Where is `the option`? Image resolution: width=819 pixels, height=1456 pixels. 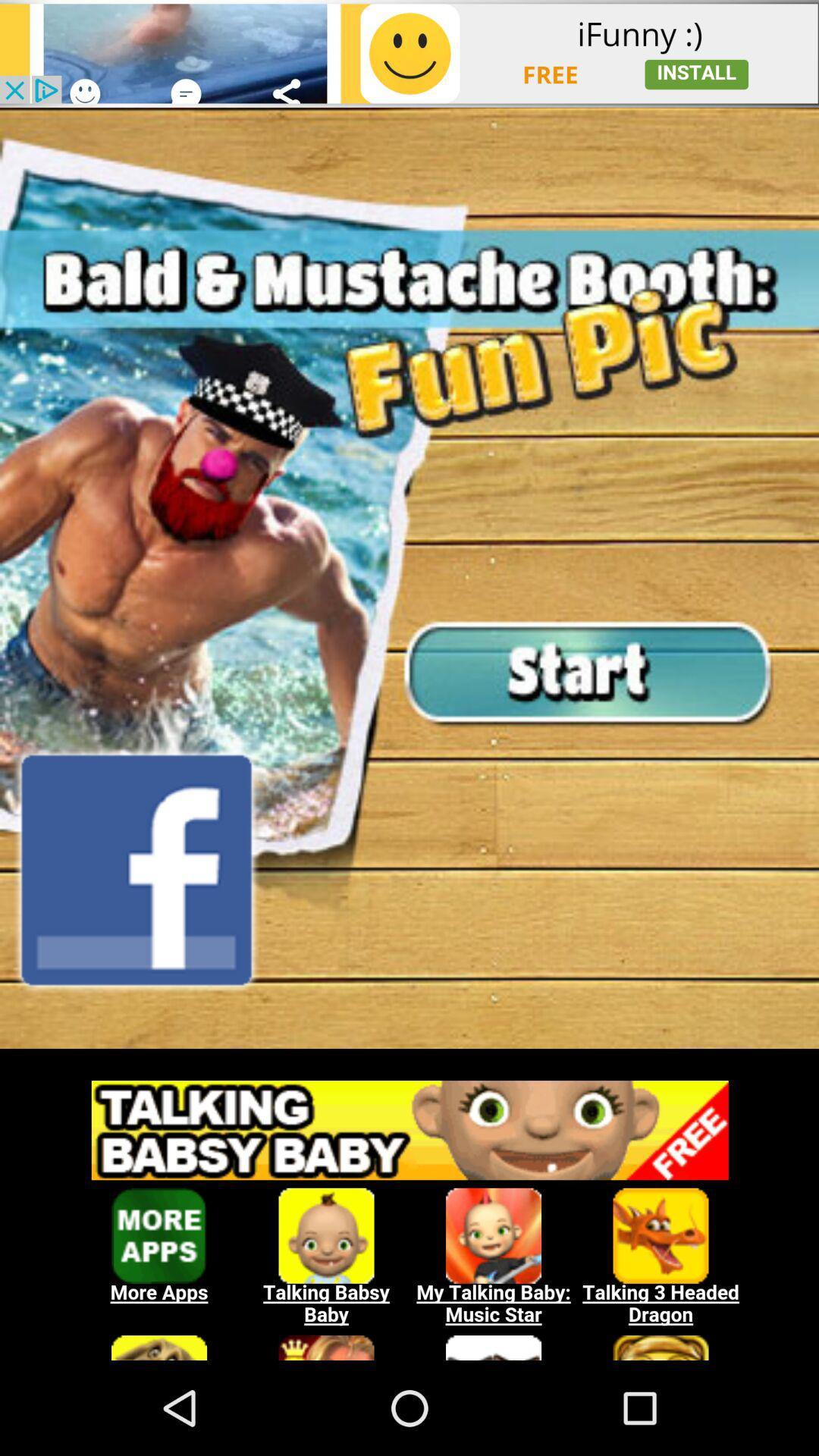 the option is located at coordinates (409, 1211).